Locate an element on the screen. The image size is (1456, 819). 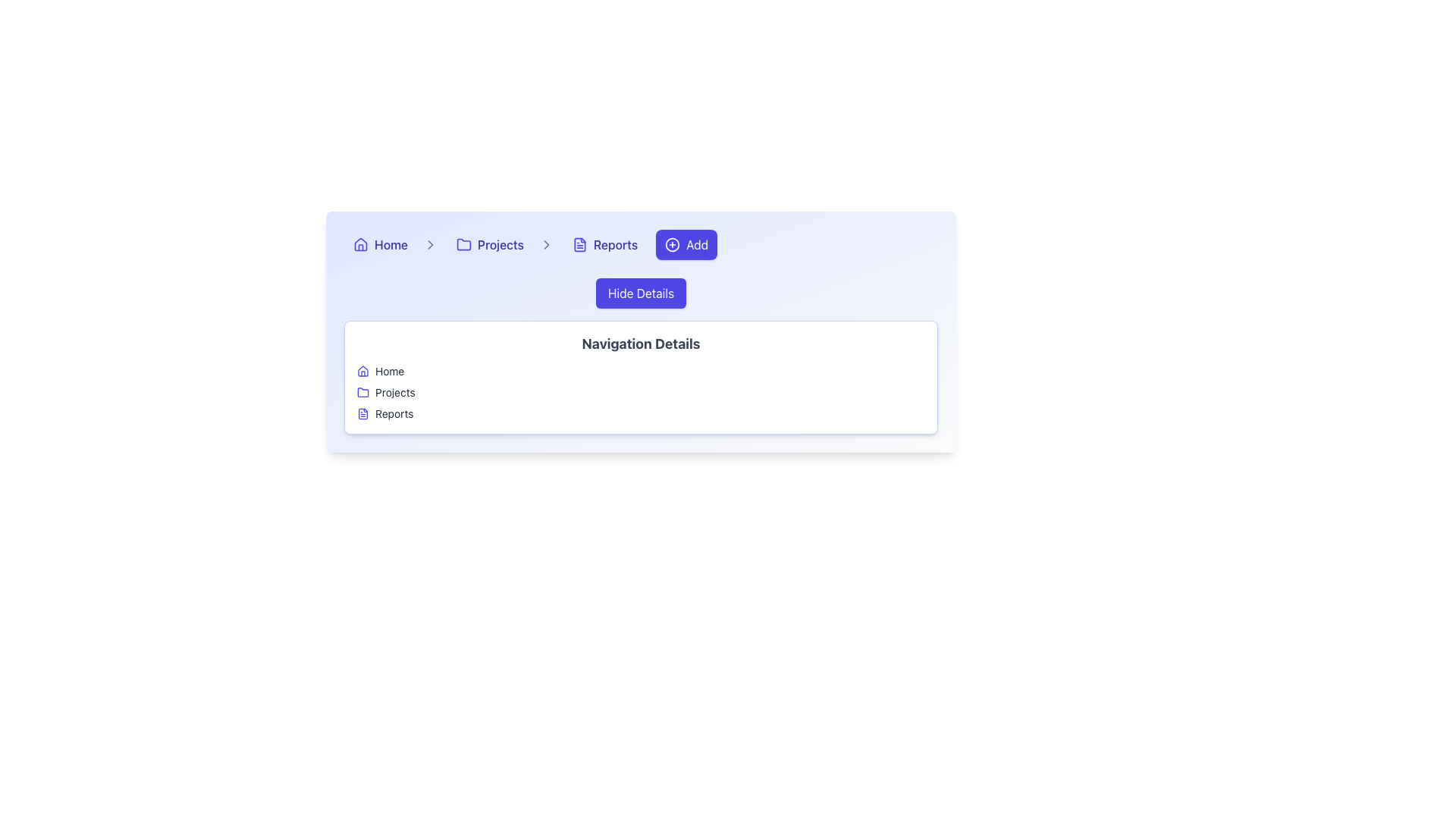
the second clickable text label with an icon in the breadcrumb navigation bar, located between 'Home' and 'Reports' is located at coordinates (490, 244).